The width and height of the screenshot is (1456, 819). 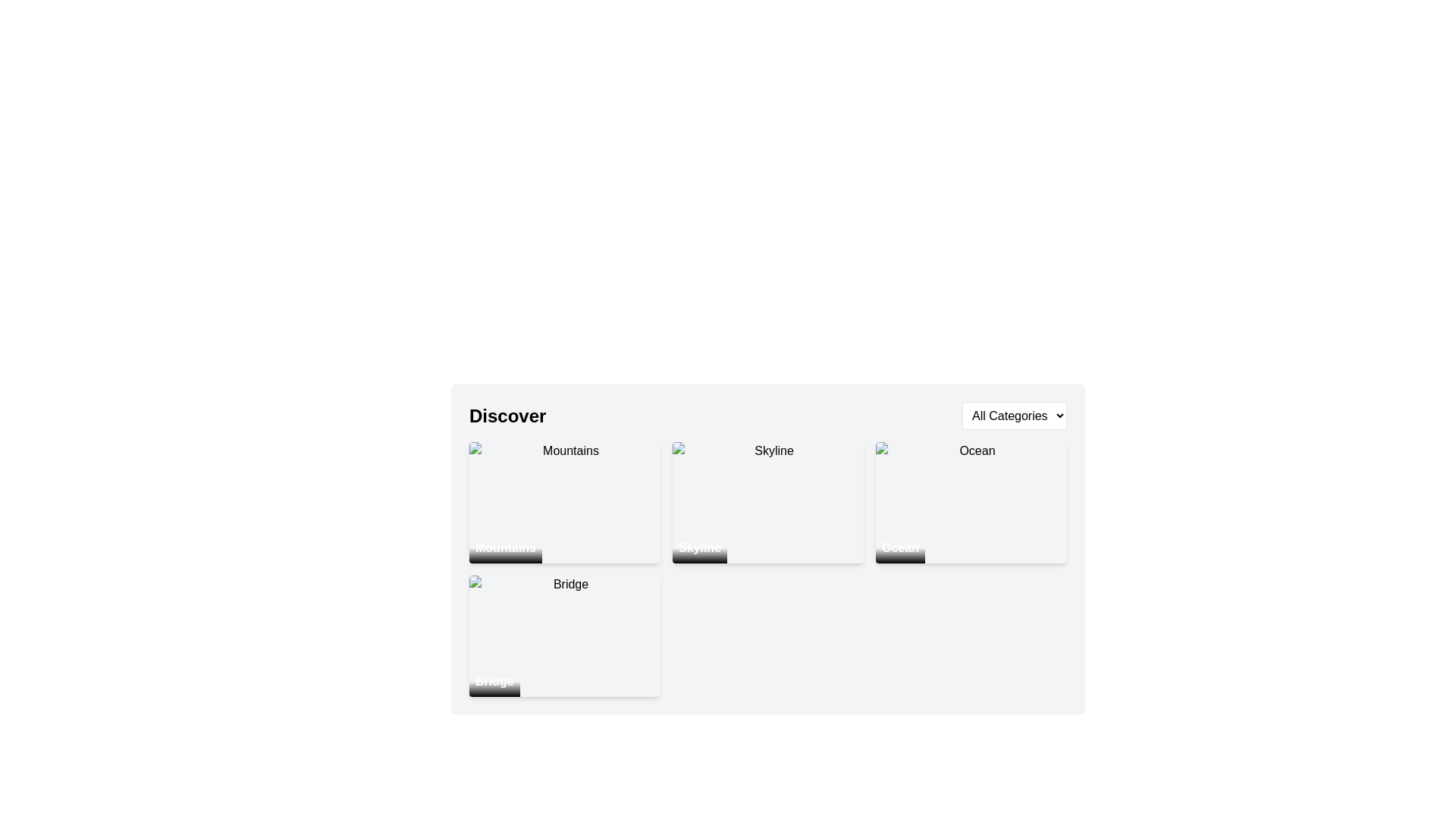 I want to click on the text label that describes the content of the card, indicating it is related to 'Ocean', positioned at the bottom of the card, so click(x=900, y=548).